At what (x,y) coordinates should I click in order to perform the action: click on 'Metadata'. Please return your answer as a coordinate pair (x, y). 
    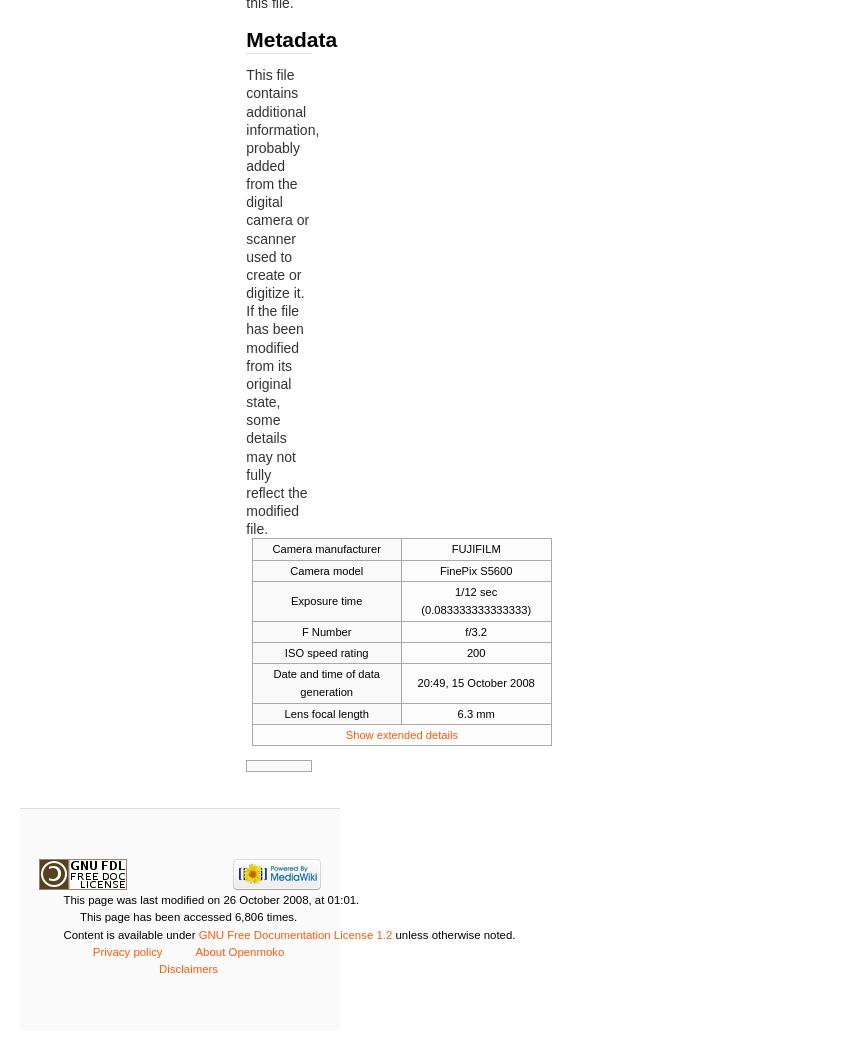
    Looking at the image, I should click on (291, 37).